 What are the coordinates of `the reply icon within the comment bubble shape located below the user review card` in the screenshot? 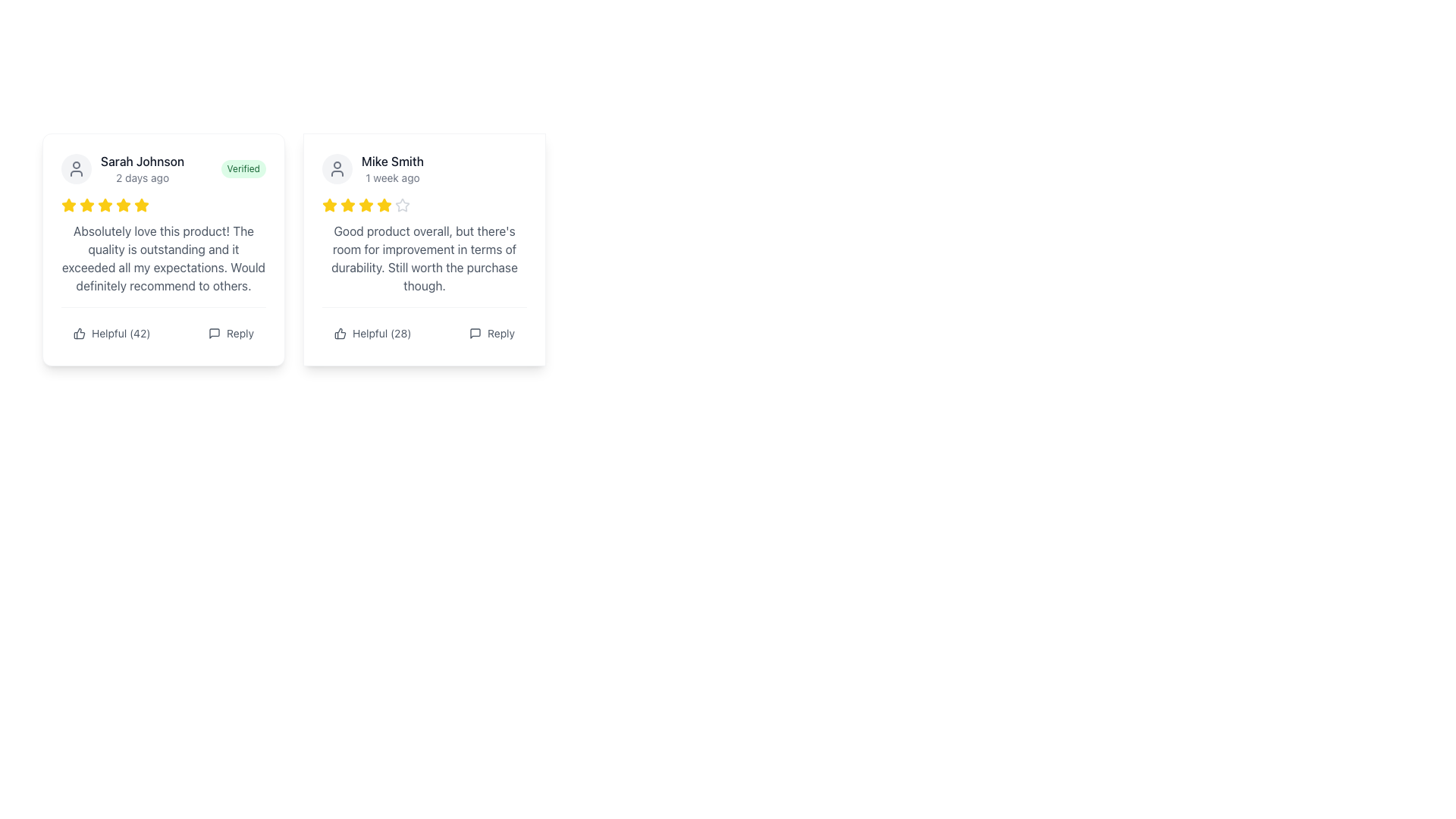 It's located at (214, 332).